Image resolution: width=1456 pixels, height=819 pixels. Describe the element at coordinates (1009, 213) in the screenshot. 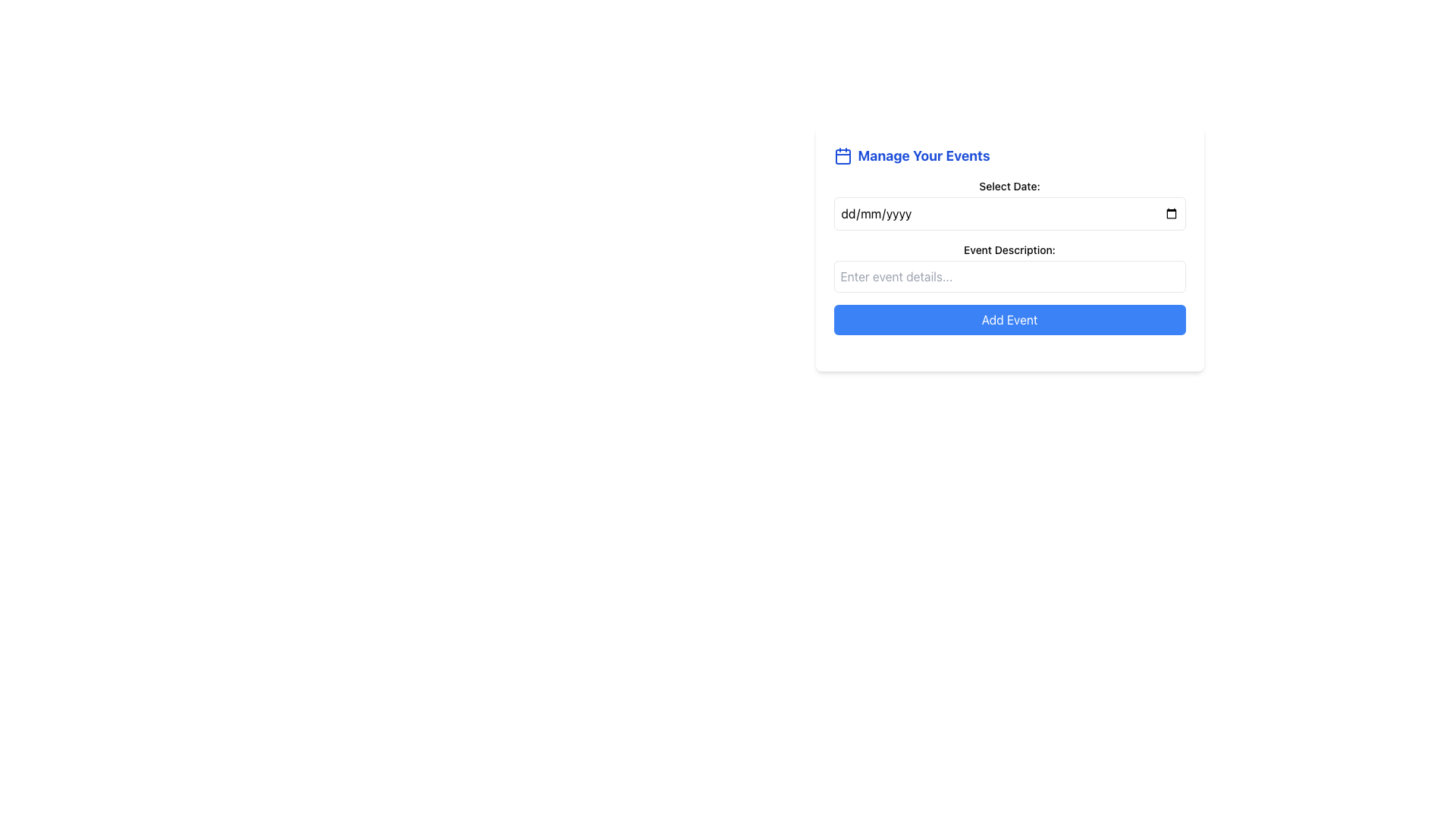

I see `a date using the date picker by clicking on the Date Input Field located below the label 'Select Date:'` at that location.